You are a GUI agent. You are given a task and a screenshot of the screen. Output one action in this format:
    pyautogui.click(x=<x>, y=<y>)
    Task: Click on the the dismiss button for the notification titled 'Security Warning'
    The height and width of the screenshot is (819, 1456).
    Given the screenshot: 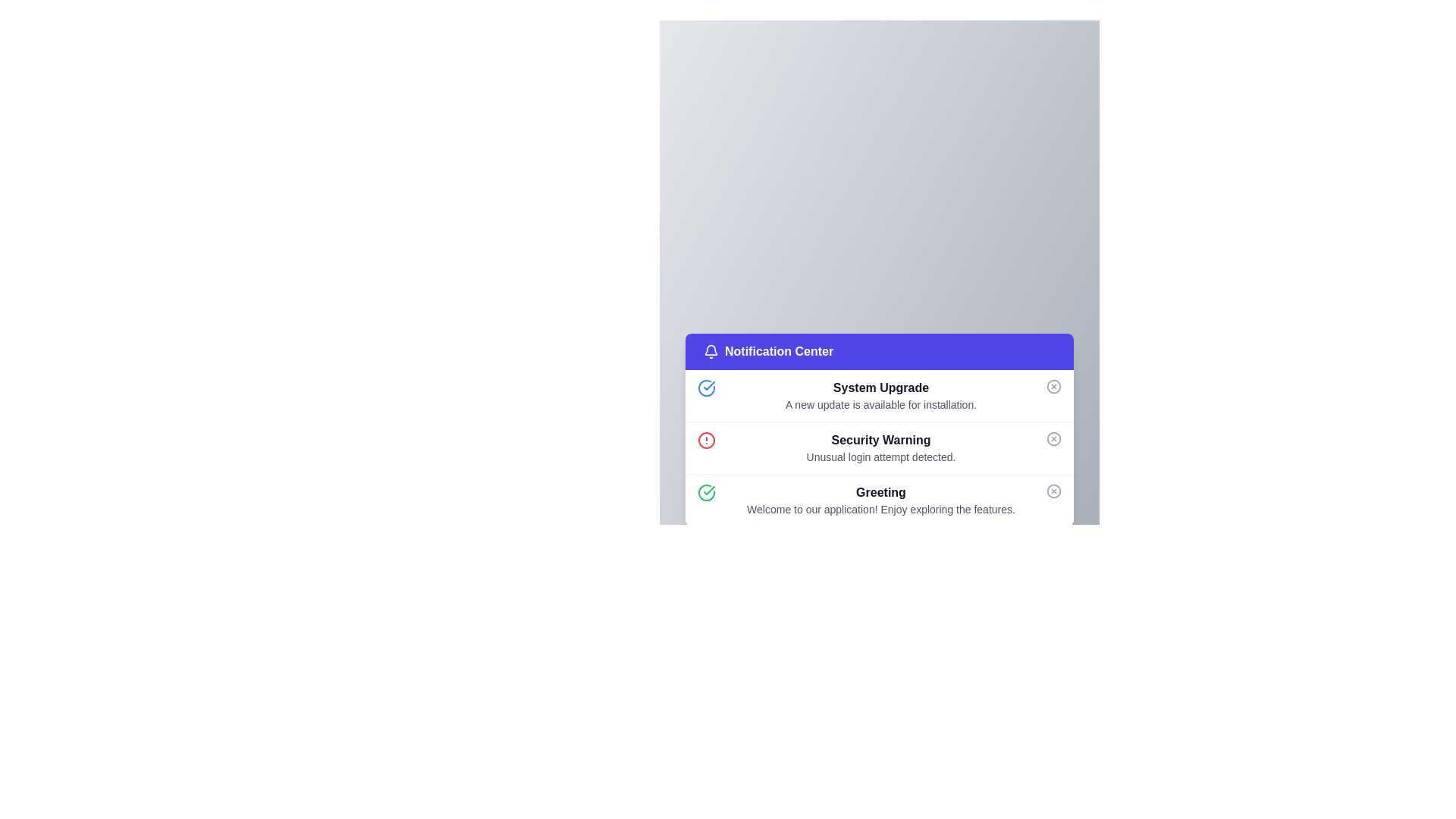 What is the action you would take?
    pyautogui.click(x=1053, y=438)
    